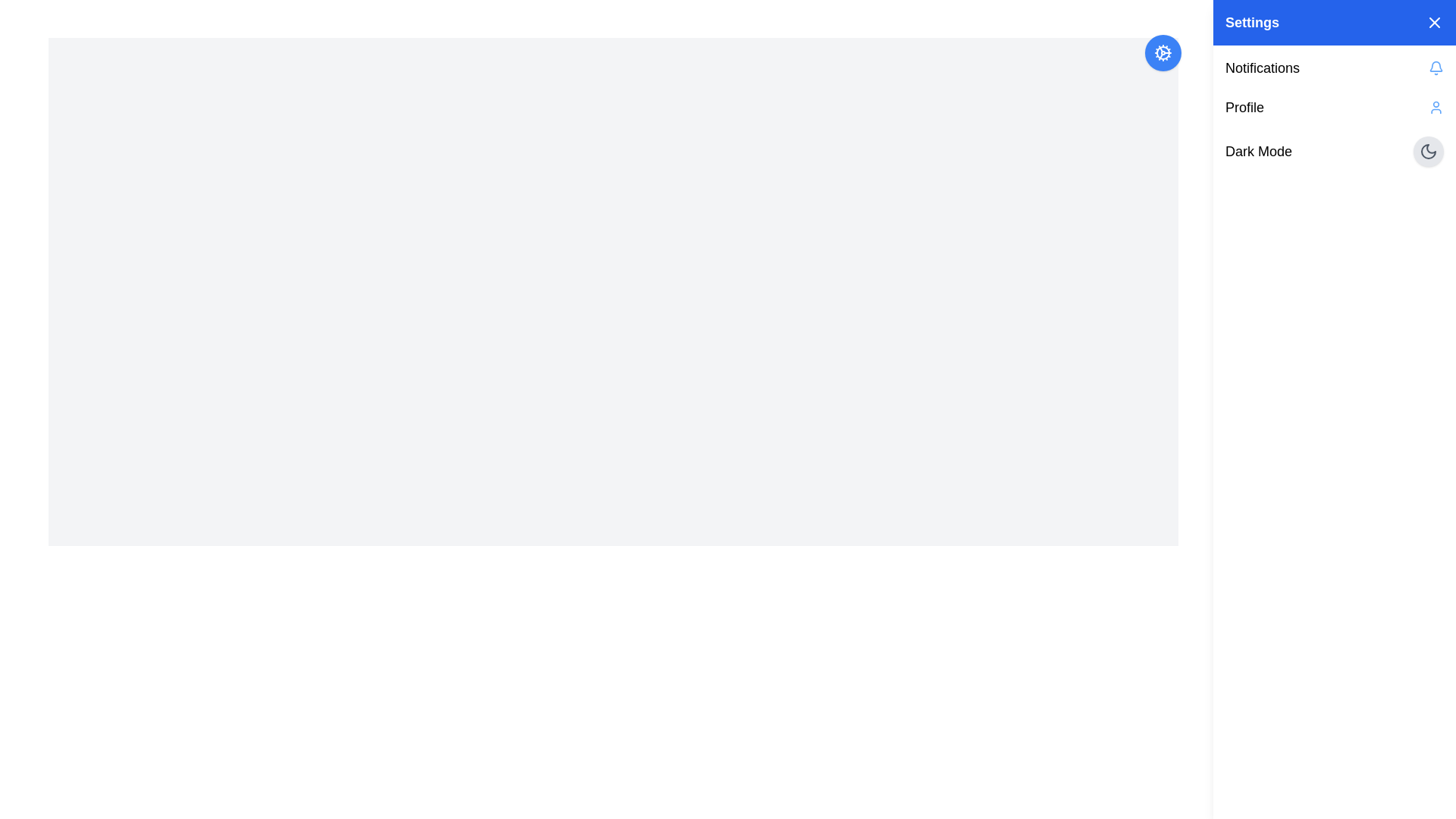  What do you see at coordinates (1163, 52) in the screenshot?
I see `the settings cogwheel icon located in the top-right corner of the application interface` at bounding box center [1163, 52].